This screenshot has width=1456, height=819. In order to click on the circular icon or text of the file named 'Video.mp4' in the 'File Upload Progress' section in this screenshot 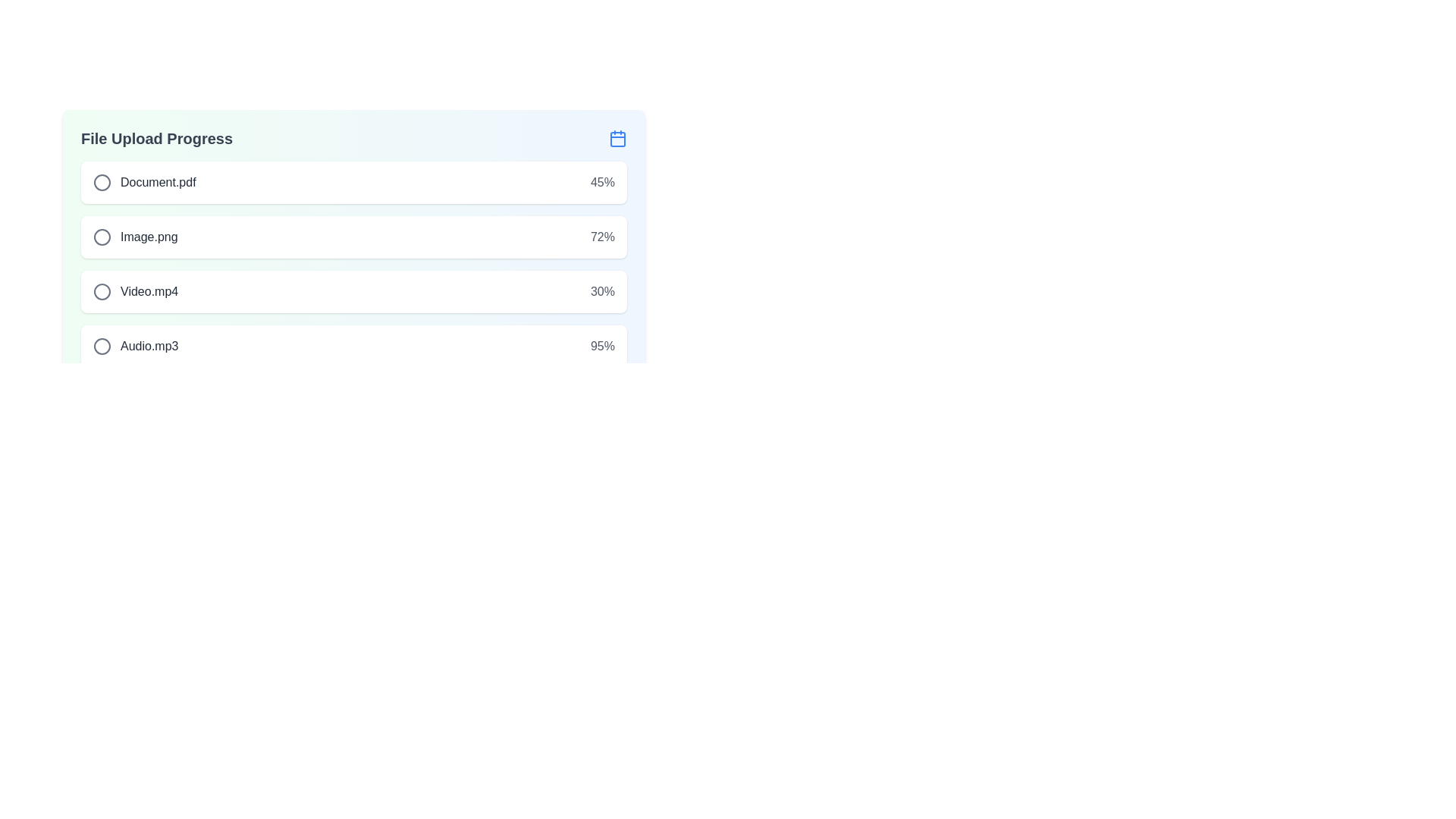, I will do `click(136, 292)`.